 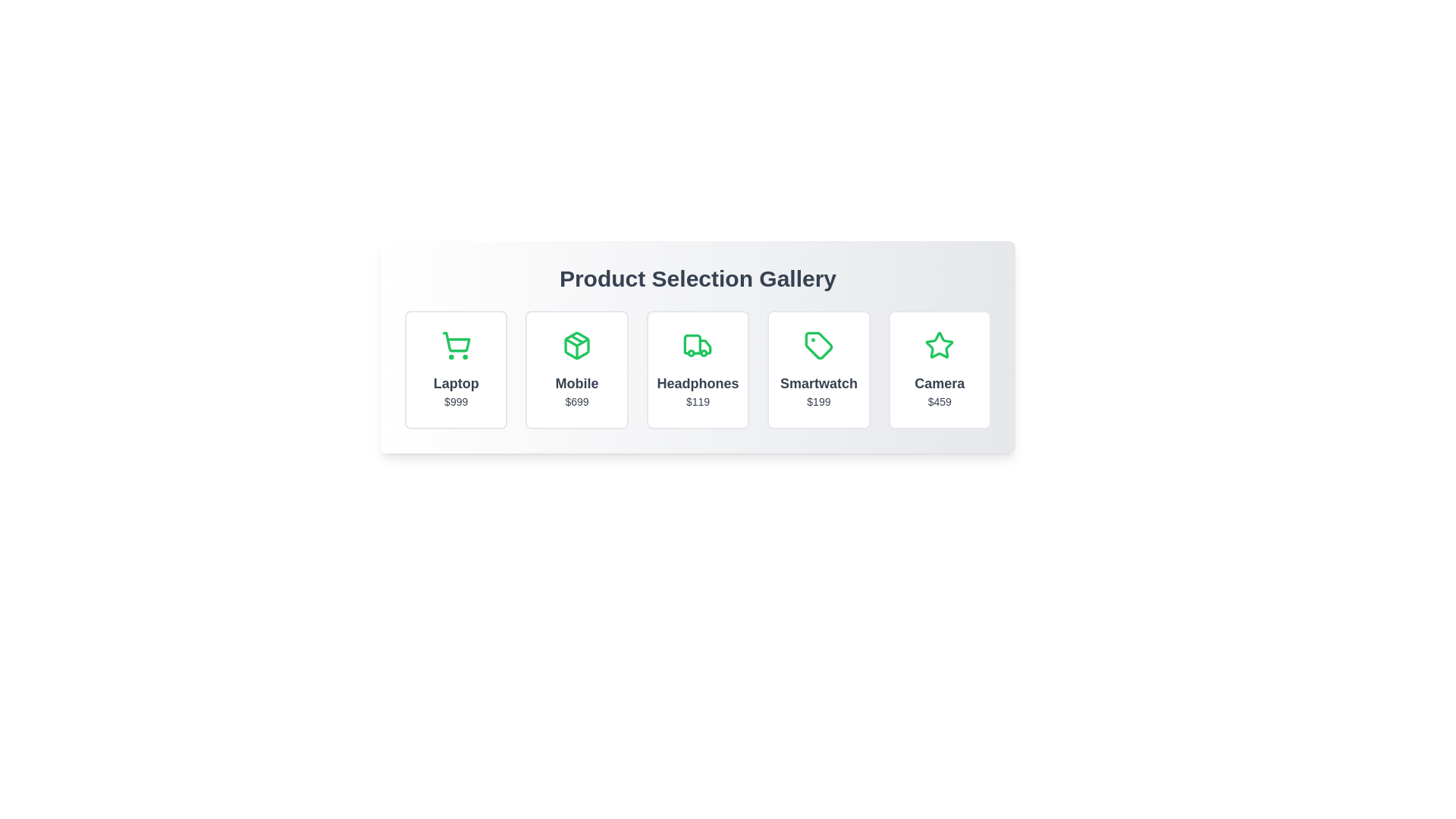 I want to click on the cabin section of the truck icon, which is a green-stroked graphical component in the third card of a row of five cards, so click(x=692, y=344).